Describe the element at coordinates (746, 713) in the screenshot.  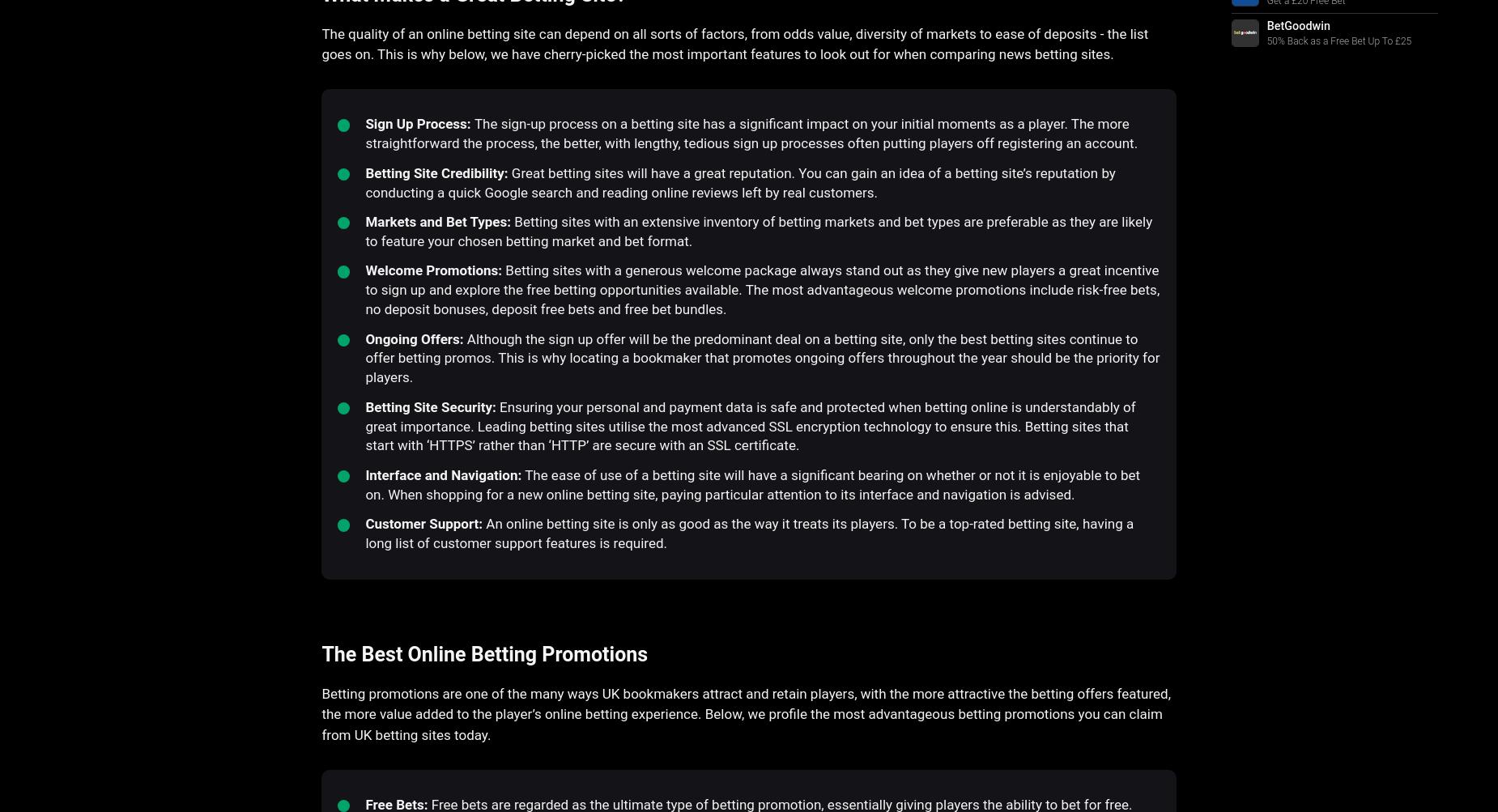
I see `'Betting promotions are one of the many ways UK bookmakers attract and retain players, with the more attractive the betting offers featured, the more value added to the player’s online betting experience. Below, we profile the most advantageous betting promotions you can claim from UK betting sites today.'` at that location.